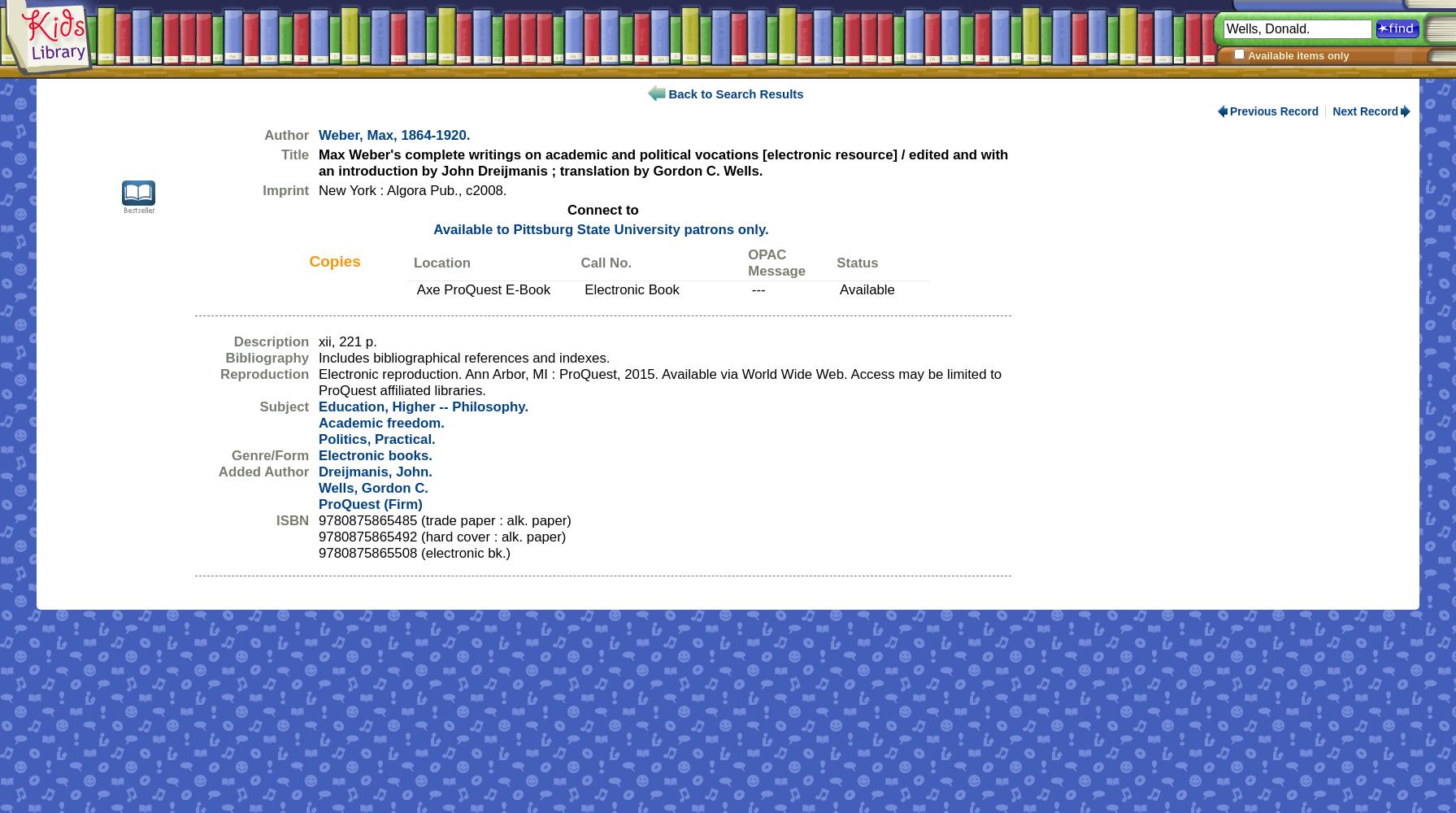 Image resolution: width=1456 pixels, height=813 pixels. What do you see at coordinates (375, 455) in the screenshot?
I see `'Electronic books.'` at bounding box center [375, 455].